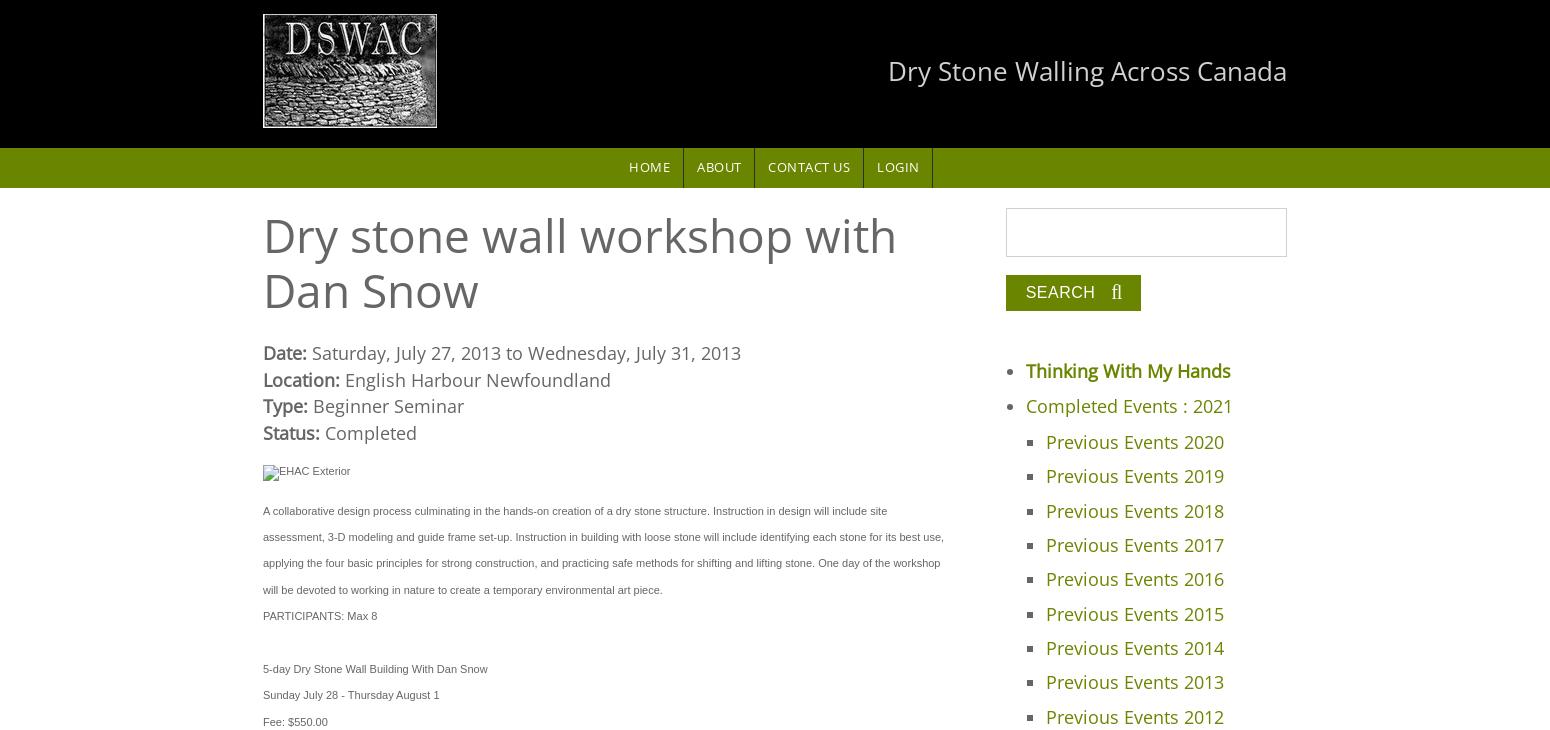 The width and height of the screenshot is (1550, 730). I want to click on 'Previous Events 2019', so click(1045, 475).